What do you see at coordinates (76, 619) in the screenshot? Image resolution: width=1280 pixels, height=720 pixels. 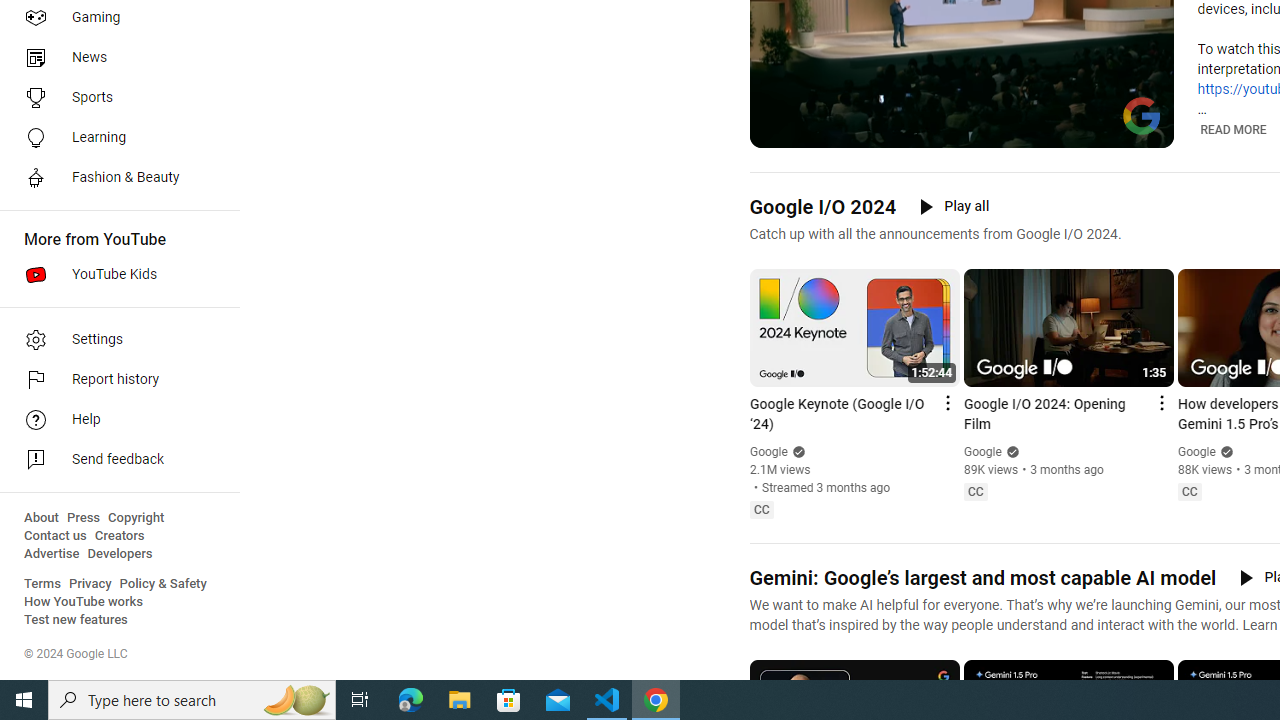 I see `'Test new features'` at bounding box center [76, 619].